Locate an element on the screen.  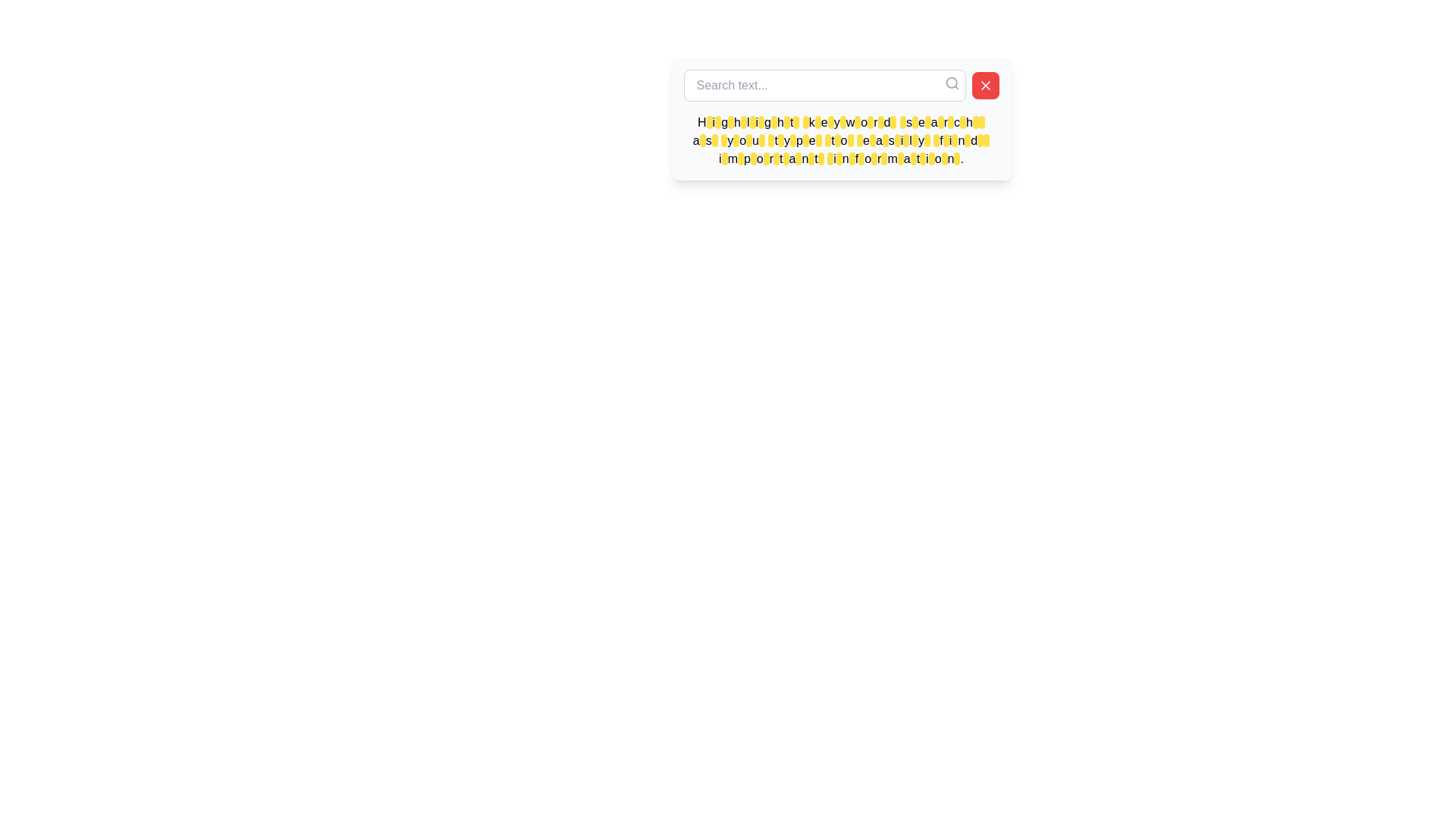
the Styling Marker, which is located in the middle right portion of a group of yellow-highlighted elements in the last row of a multi-line text block is located at coordinates (838, 158).